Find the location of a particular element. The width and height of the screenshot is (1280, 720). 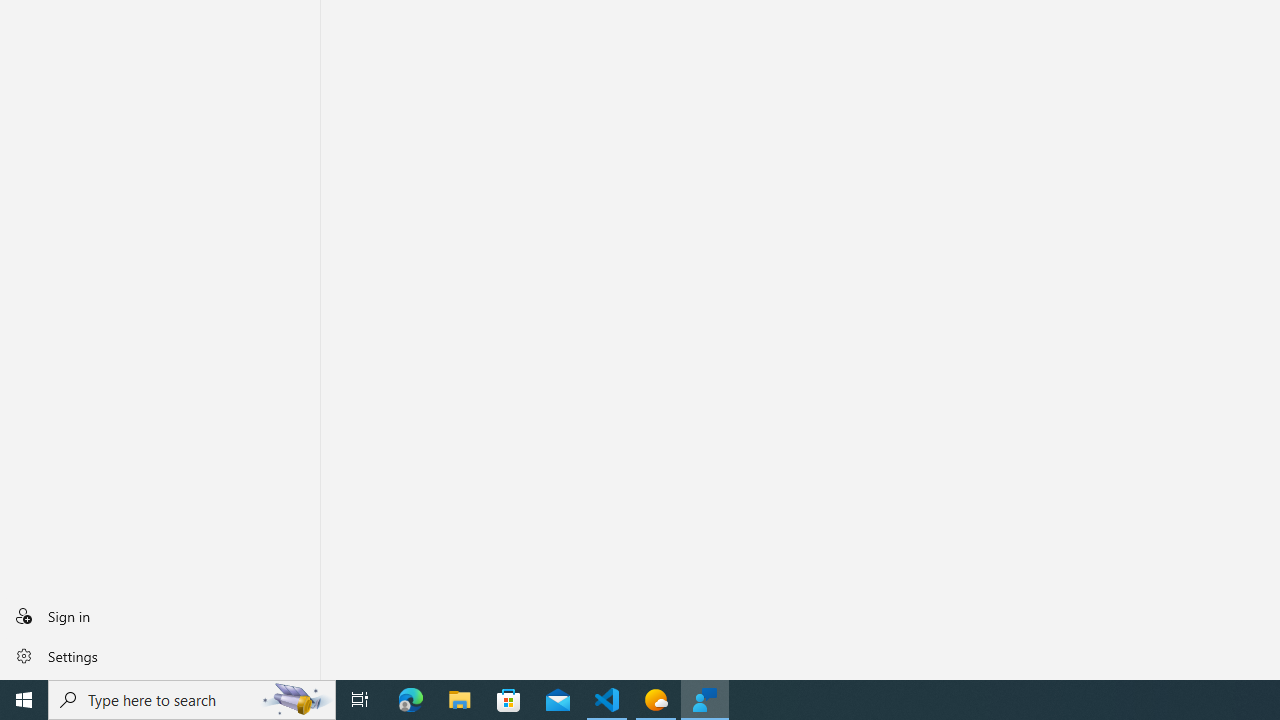

'Start' is located at coordinates (24, 698).